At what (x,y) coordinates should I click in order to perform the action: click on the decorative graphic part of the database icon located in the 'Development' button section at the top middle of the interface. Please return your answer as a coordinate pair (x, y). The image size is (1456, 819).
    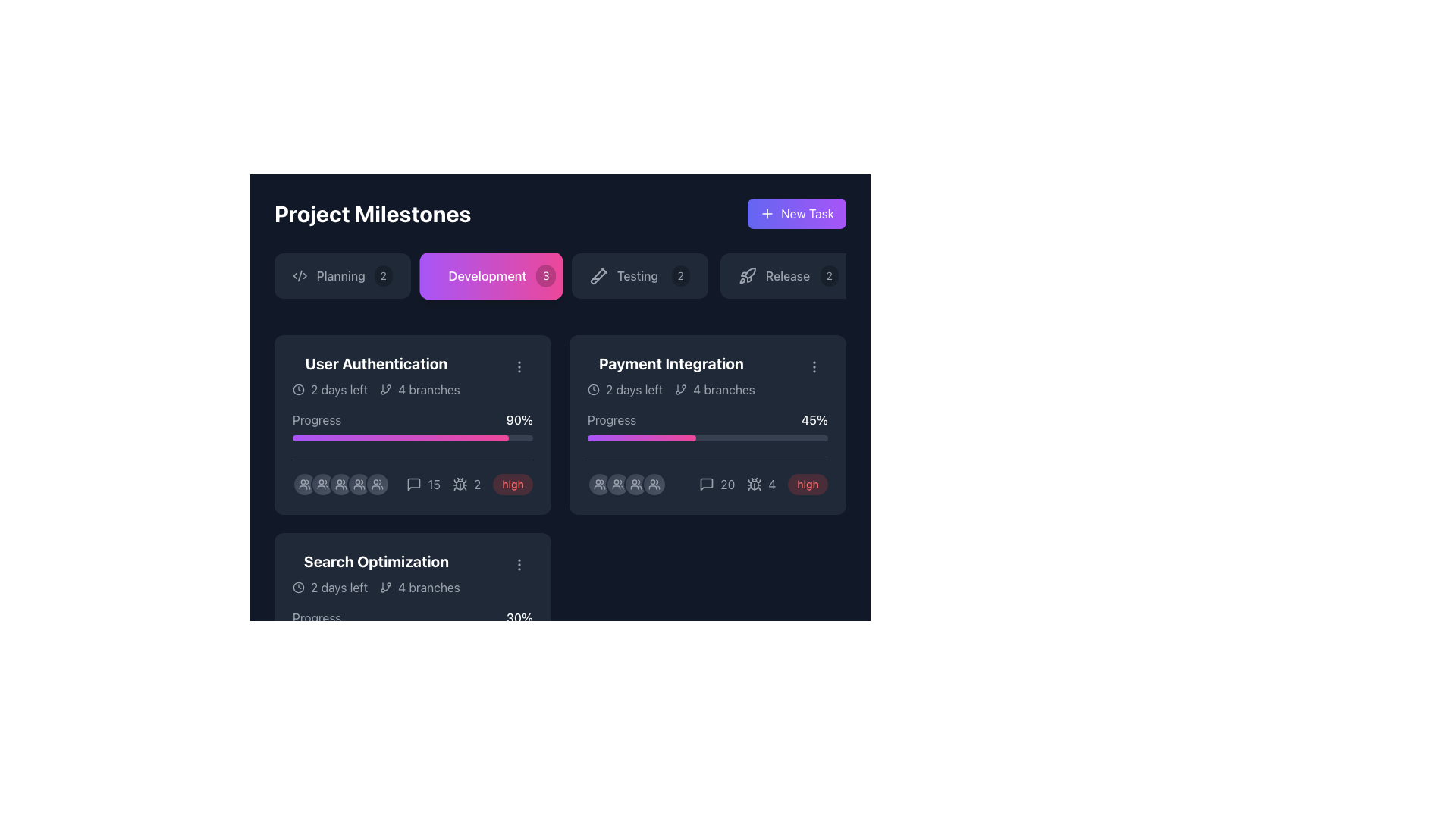
    Looking at the image, I should click on (447, 277).